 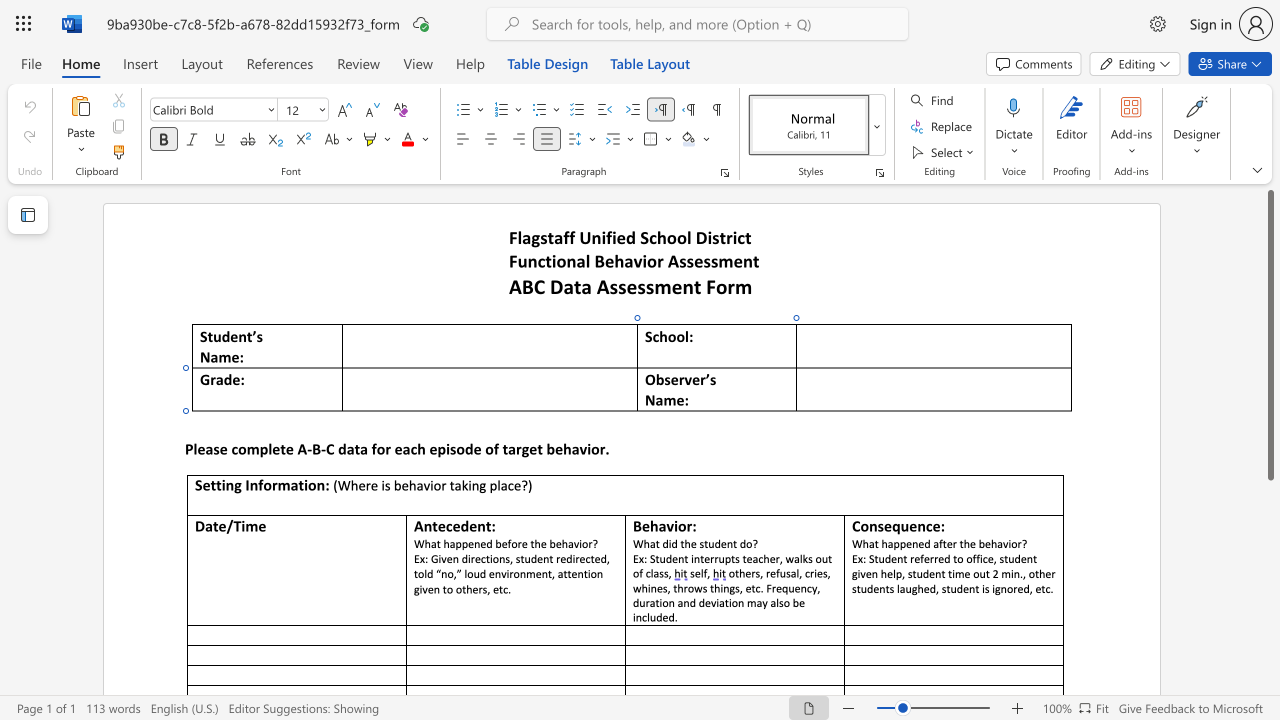 What do you see at coordinates (283, 485) in the screenshot?
I see `the 1th character "m" in the text` at bounding box center [283, 485].